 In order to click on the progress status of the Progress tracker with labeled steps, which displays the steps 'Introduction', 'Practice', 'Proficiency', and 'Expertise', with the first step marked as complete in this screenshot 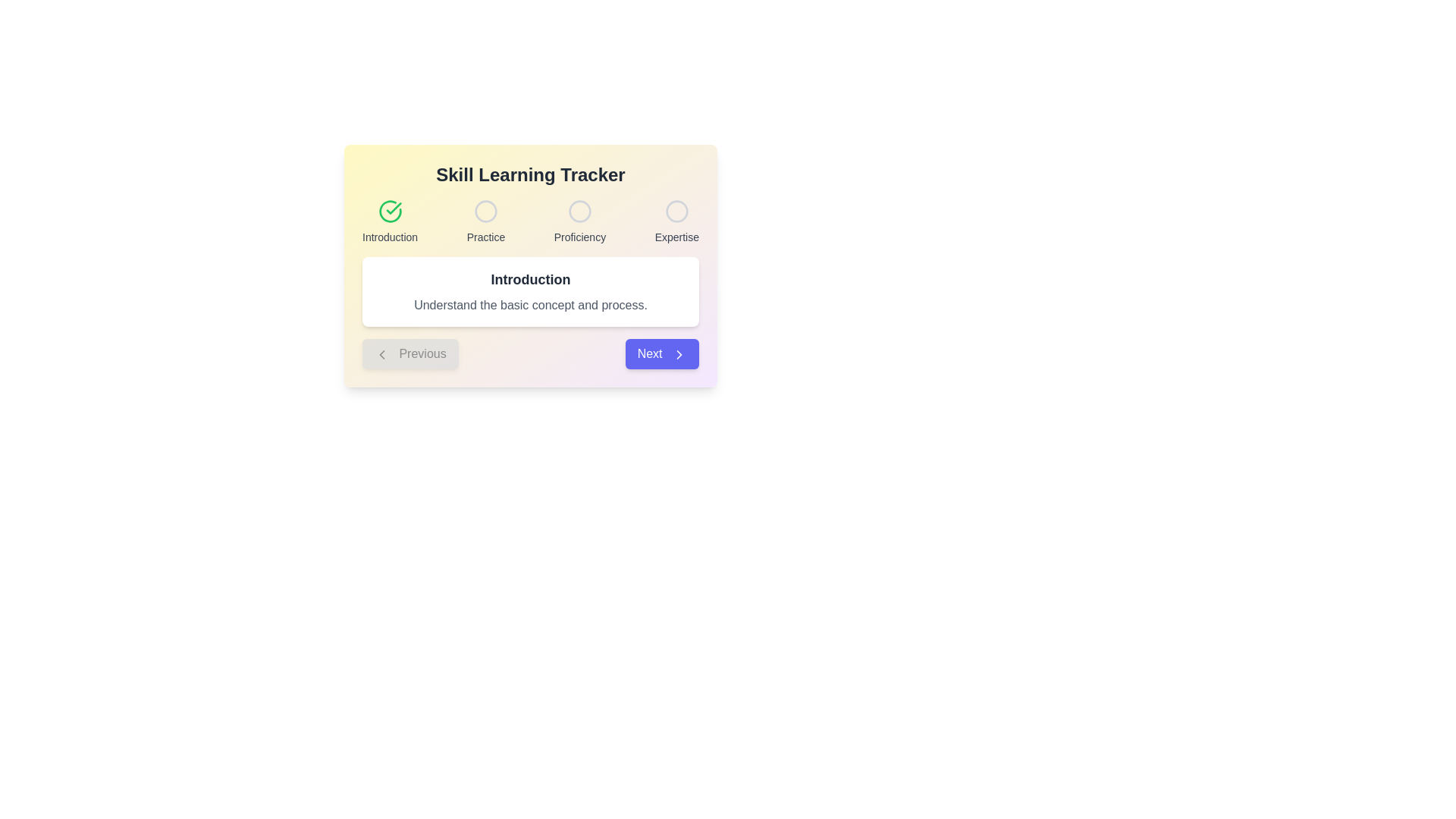, I will do `click(531, 222)`.